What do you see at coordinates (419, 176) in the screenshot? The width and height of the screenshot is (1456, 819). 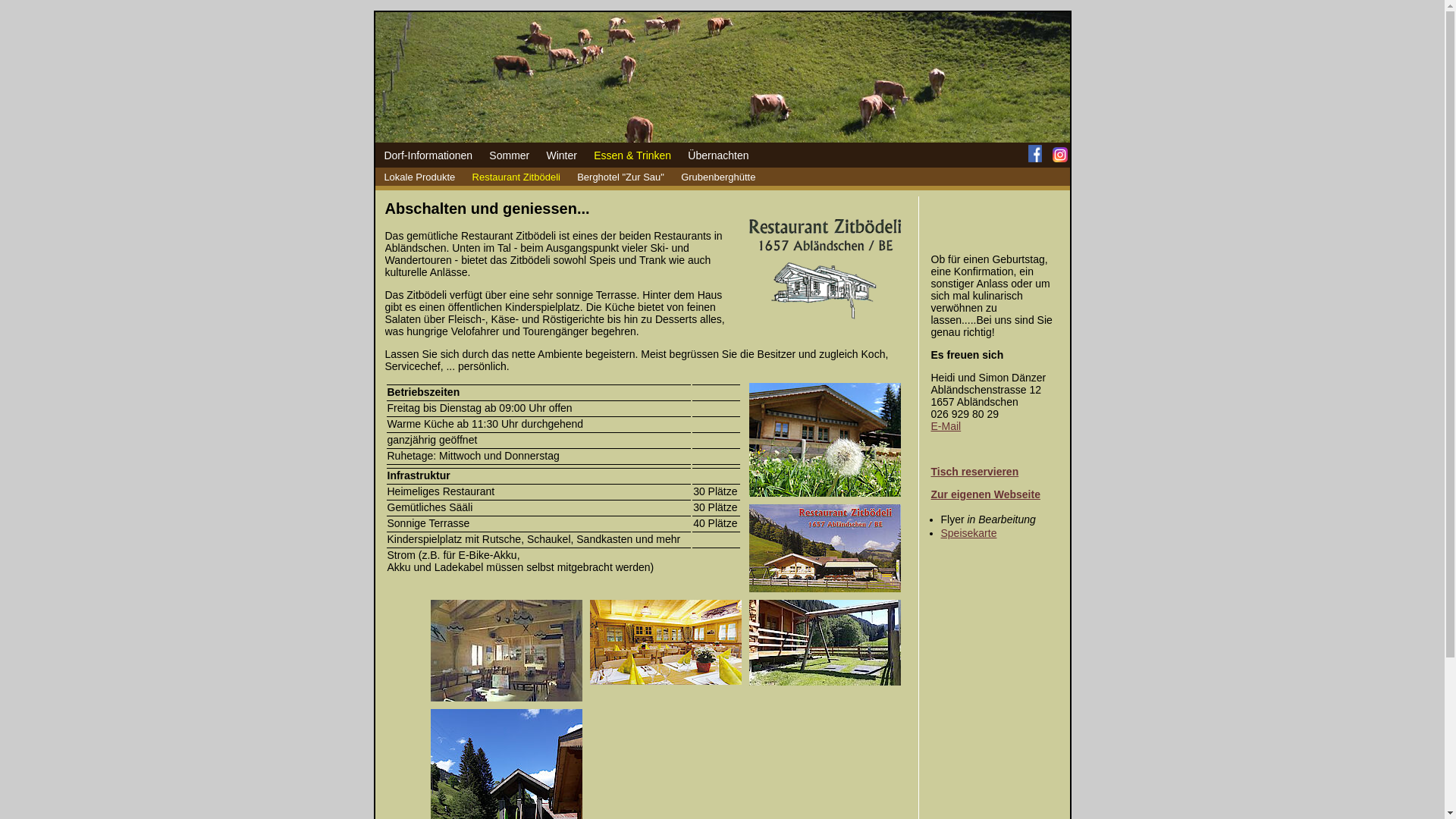 I see `'Lokale Produkte'` at bounding box center [419, 176].